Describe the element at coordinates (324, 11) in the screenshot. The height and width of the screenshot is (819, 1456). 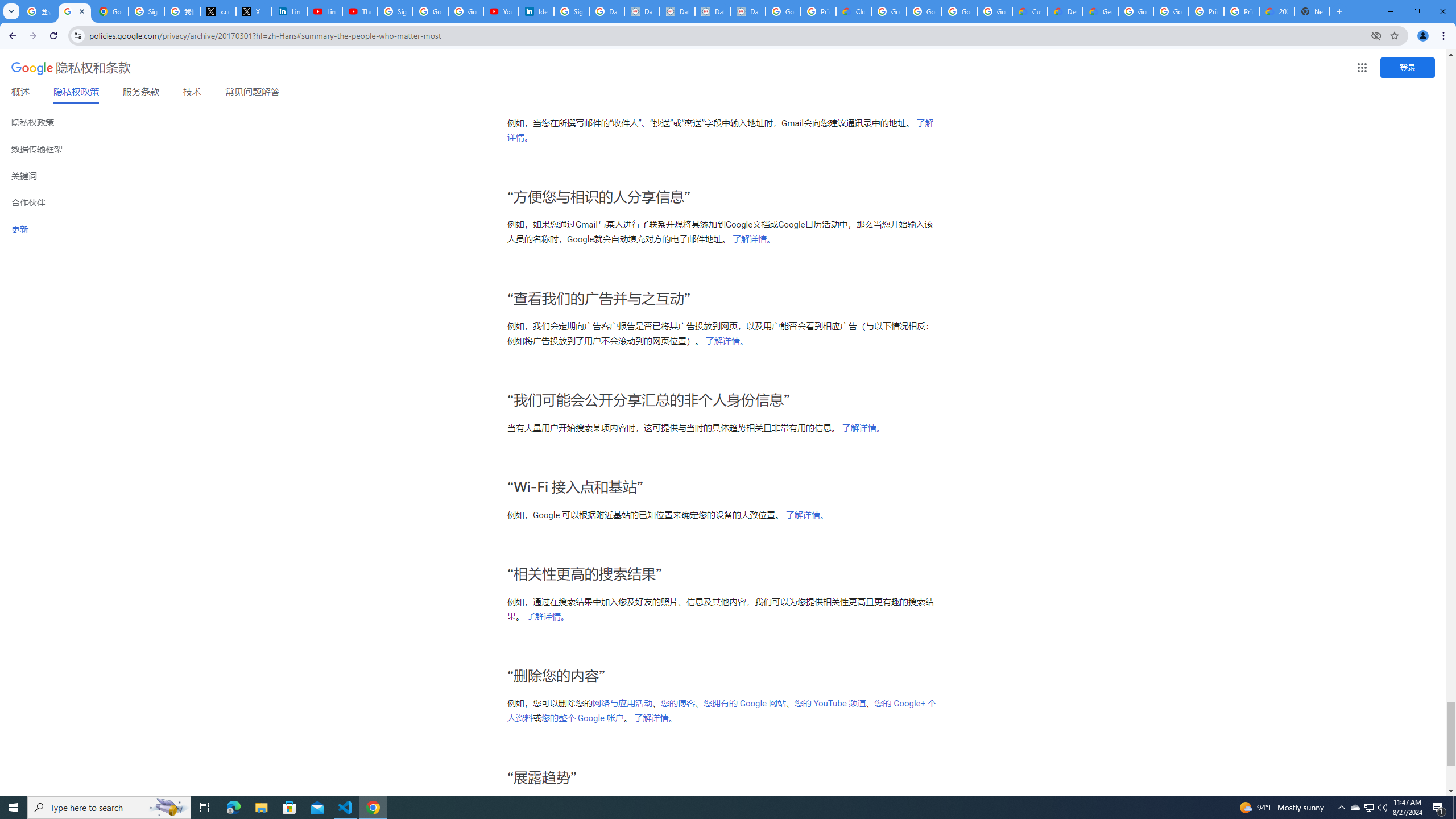
I see `'LinkedIn - YouTube'` at that location.